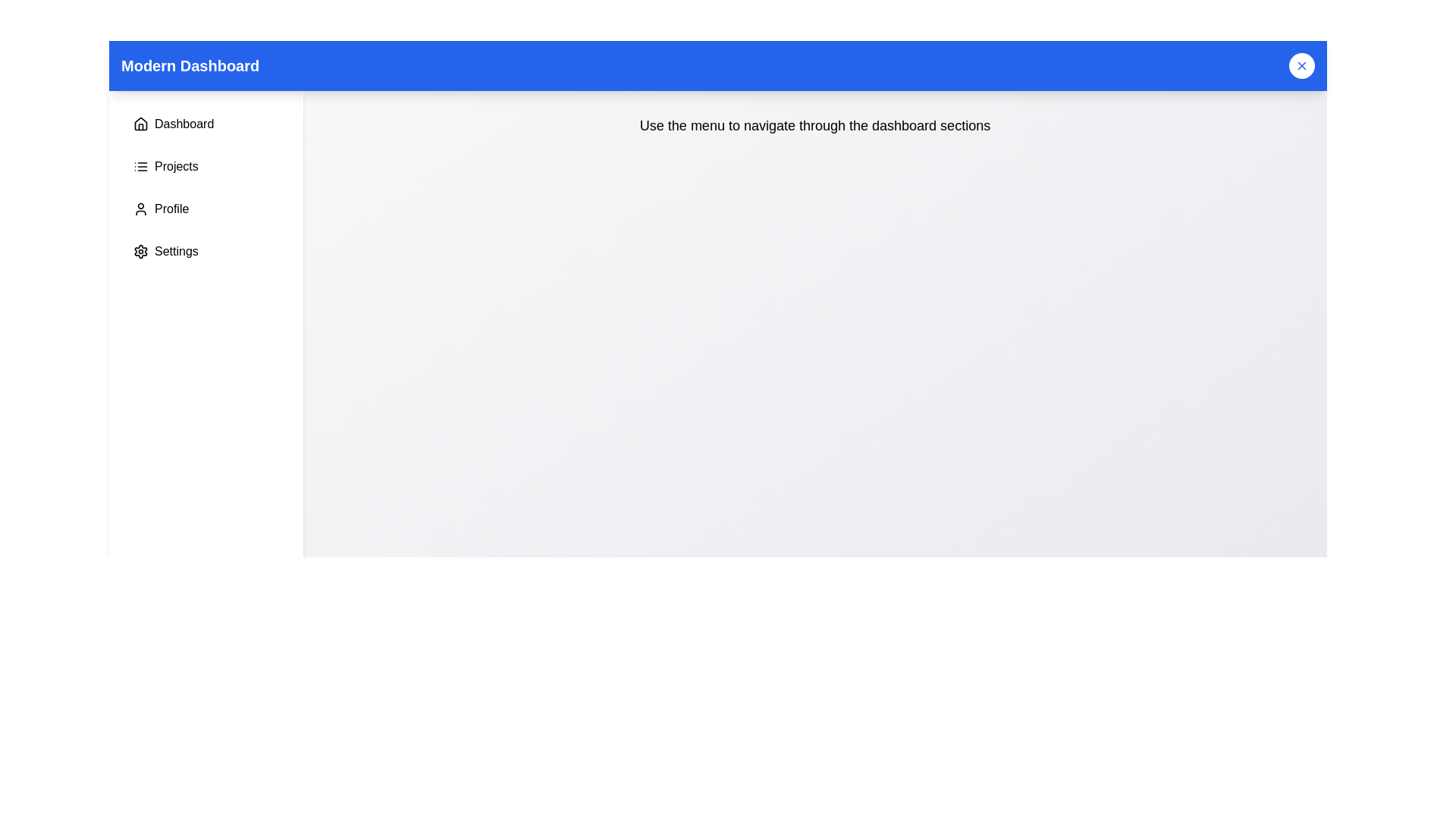 The image size is (1456, 819). I want to click on the 'Dashboard' icon located in the left navigation menu, which is the first icon next to the text 'Dashboard', so click(141, 124).